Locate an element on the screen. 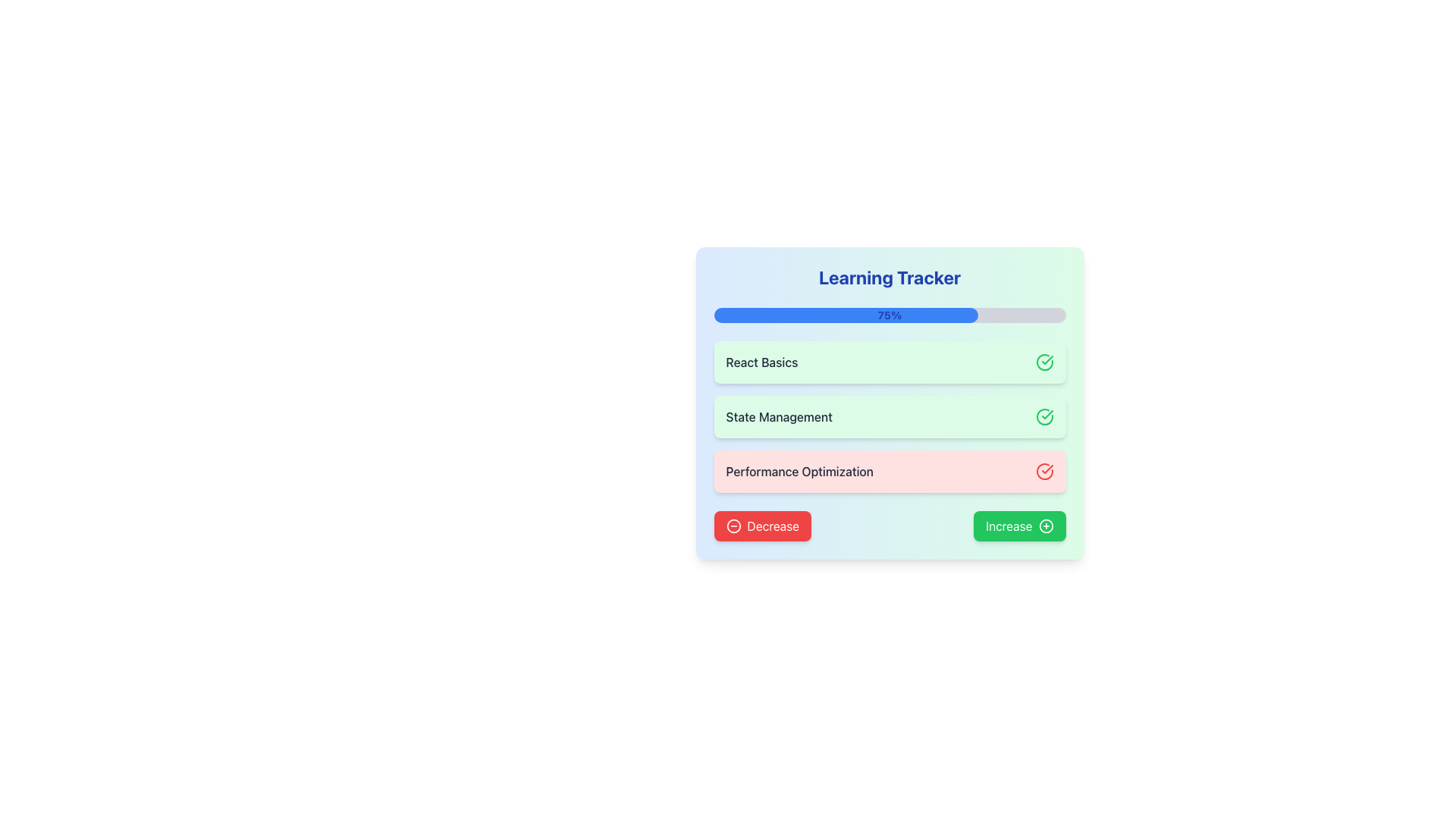 This screenshot has width=1456, height=819. the text label identifying the learning topic 'React Basics' in the progress tracker interface is located at coordinates (761, 362).